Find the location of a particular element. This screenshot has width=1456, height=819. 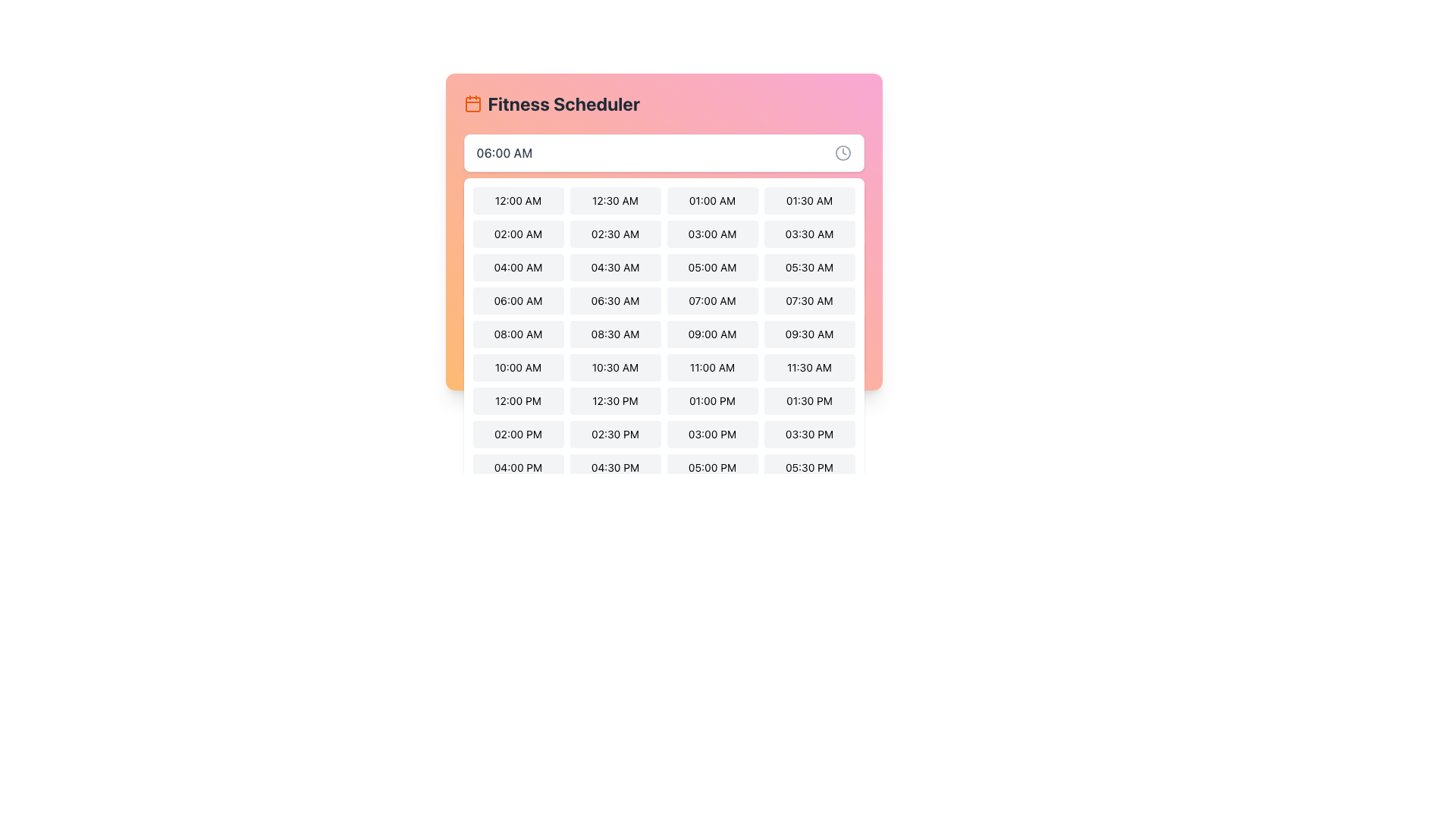

the rounded rectangular button labeled '11:30 AM' located under the 'Fitness Scheduler' section is located at coordinates (808, 368).